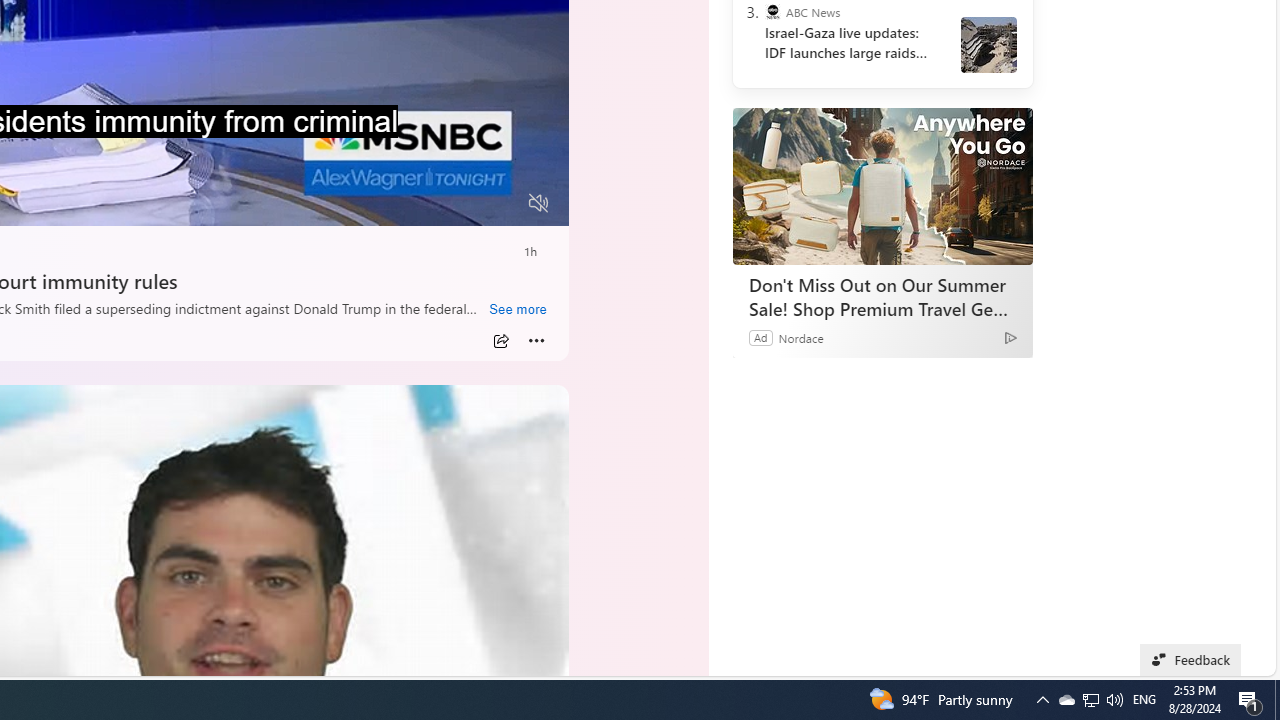 The height and width of the screenshot is (720, 1280). Describe the element at coordinates (1191, 659) in the screenshot. I see `'Feedback'` at that location.